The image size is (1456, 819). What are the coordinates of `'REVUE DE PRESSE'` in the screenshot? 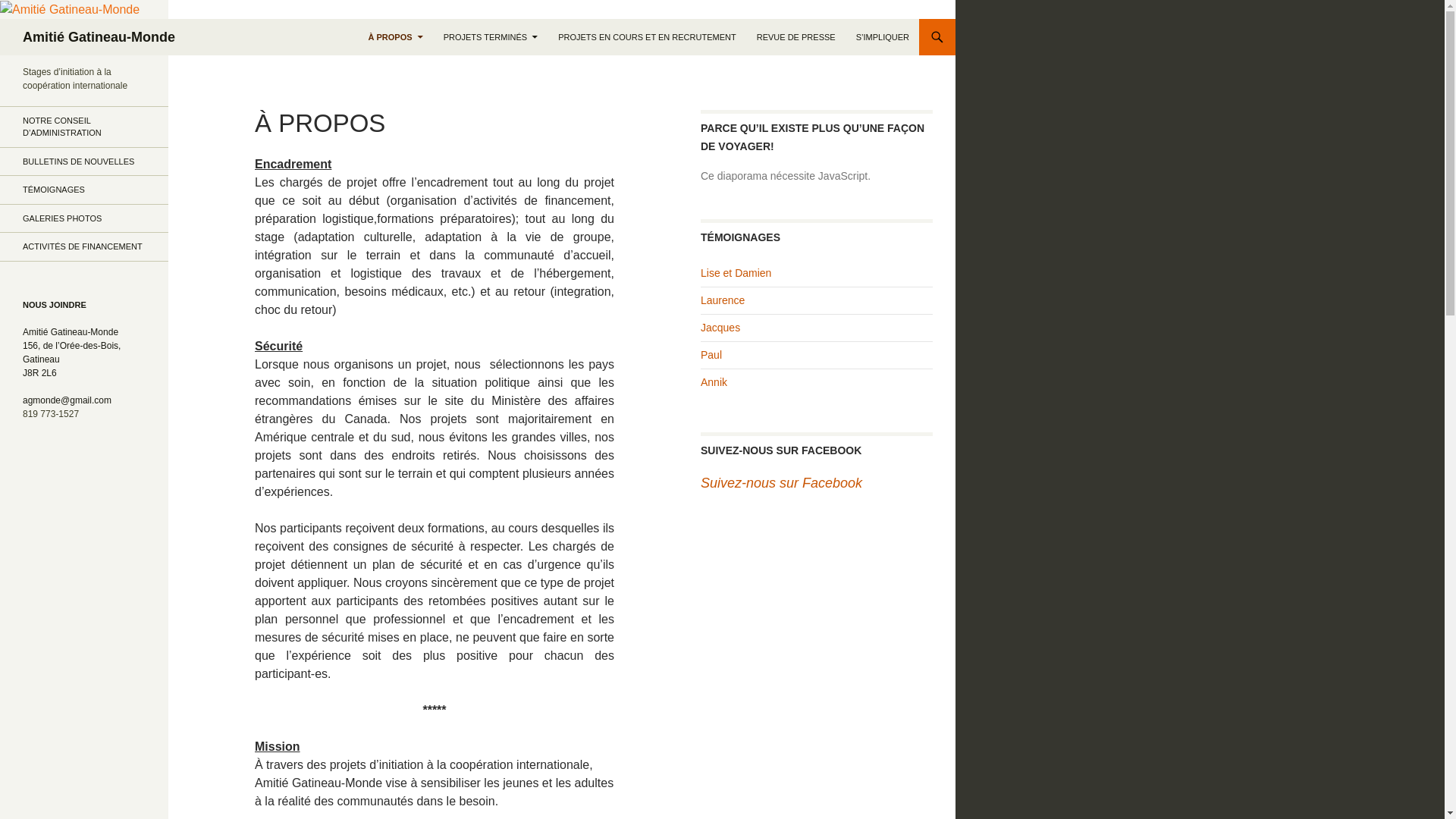 It's located at (795, 36).